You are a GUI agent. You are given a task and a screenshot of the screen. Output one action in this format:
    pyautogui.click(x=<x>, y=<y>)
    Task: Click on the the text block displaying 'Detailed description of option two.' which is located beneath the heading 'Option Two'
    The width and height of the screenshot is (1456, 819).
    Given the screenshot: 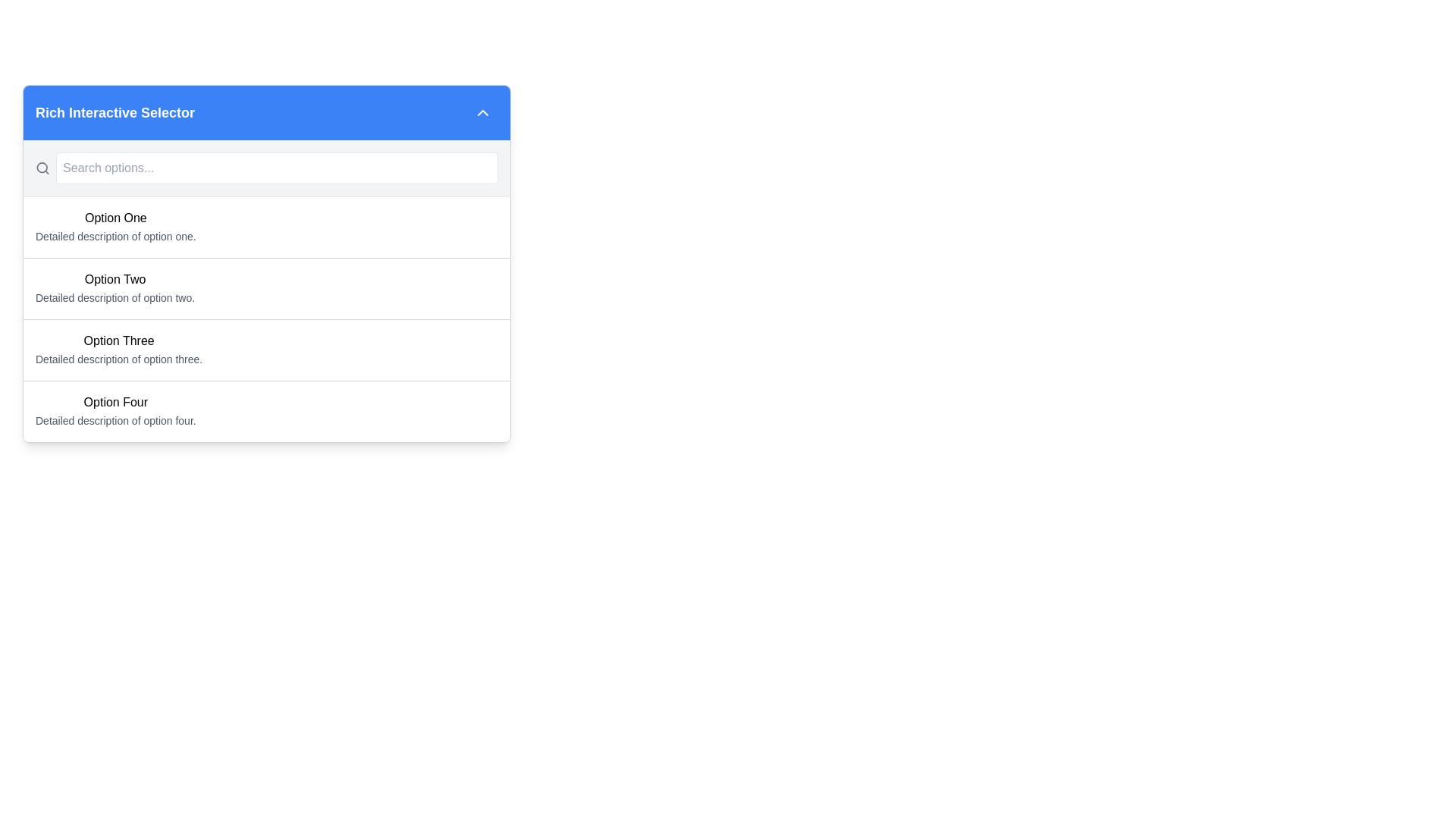 What is the action you would take?
    pyautogui.click(x=115, y=298)
    